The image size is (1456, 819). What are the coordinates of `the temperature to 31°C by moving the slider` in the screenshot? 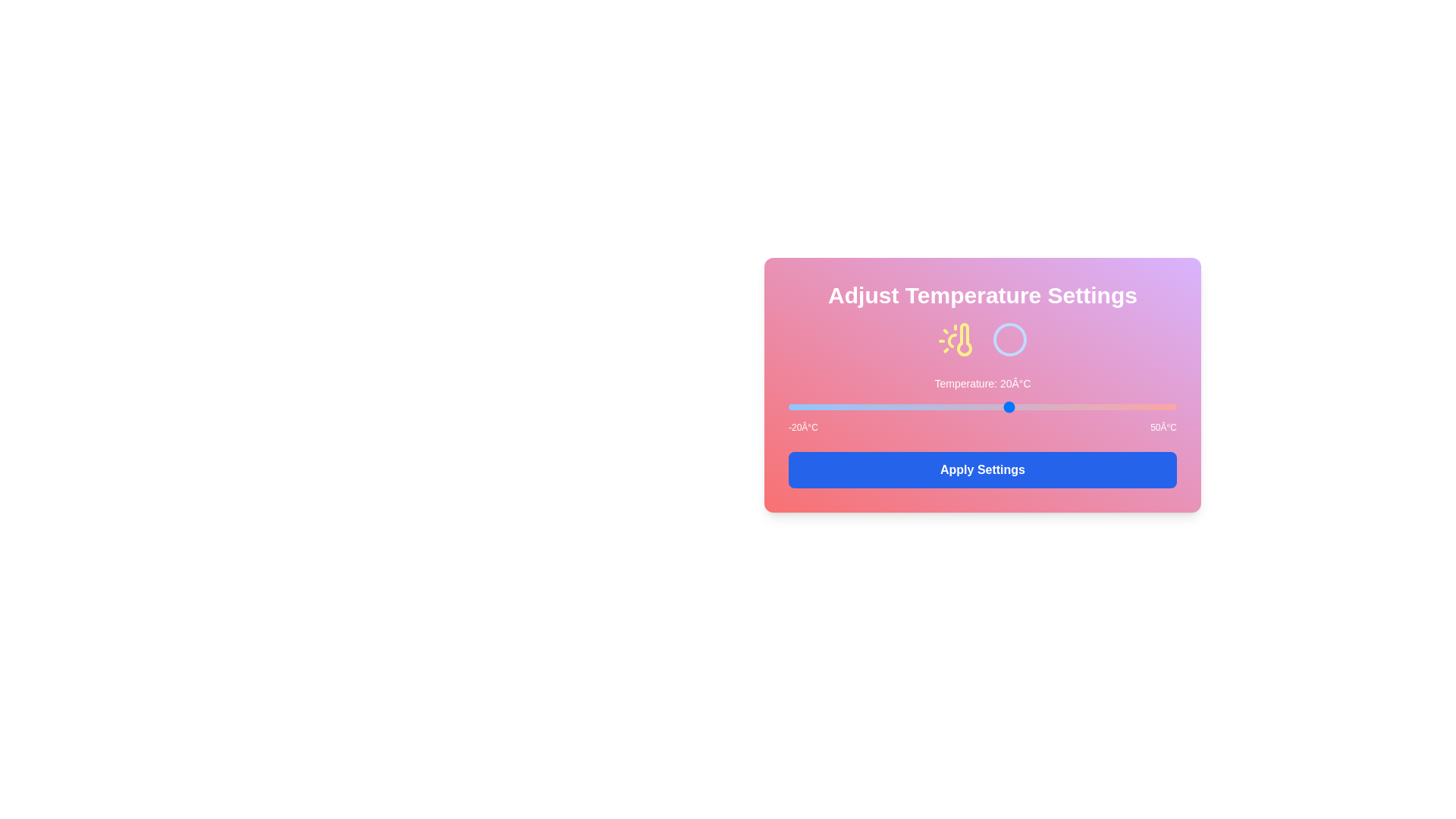 It's located at (1071, 406).